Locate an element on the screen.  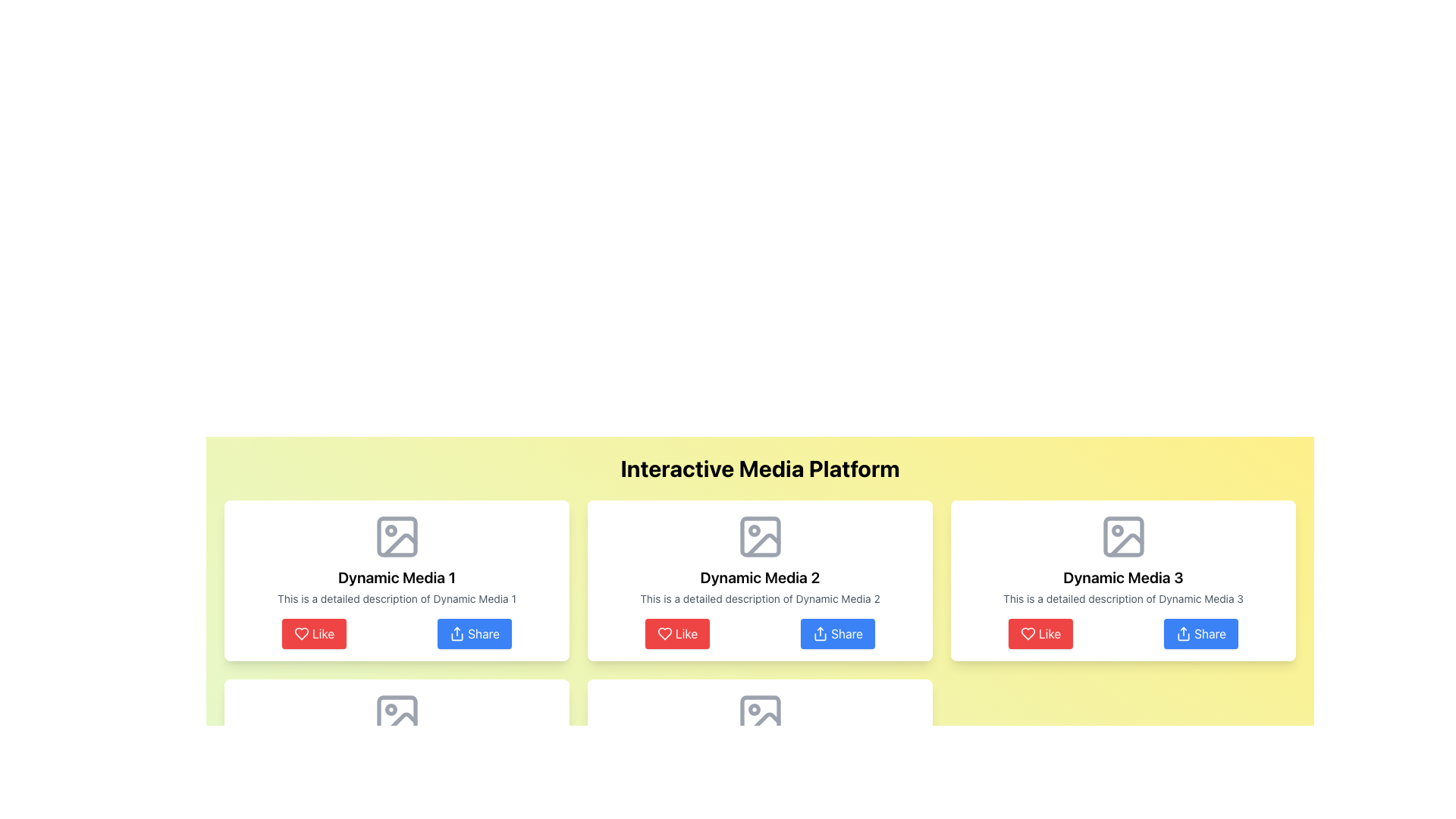
the graphical icon representing an image with a gray outline and a circular detail, located above the text 'Dynamic Media 3' in the third panel of the interface is located at coordinates (1123, 536).